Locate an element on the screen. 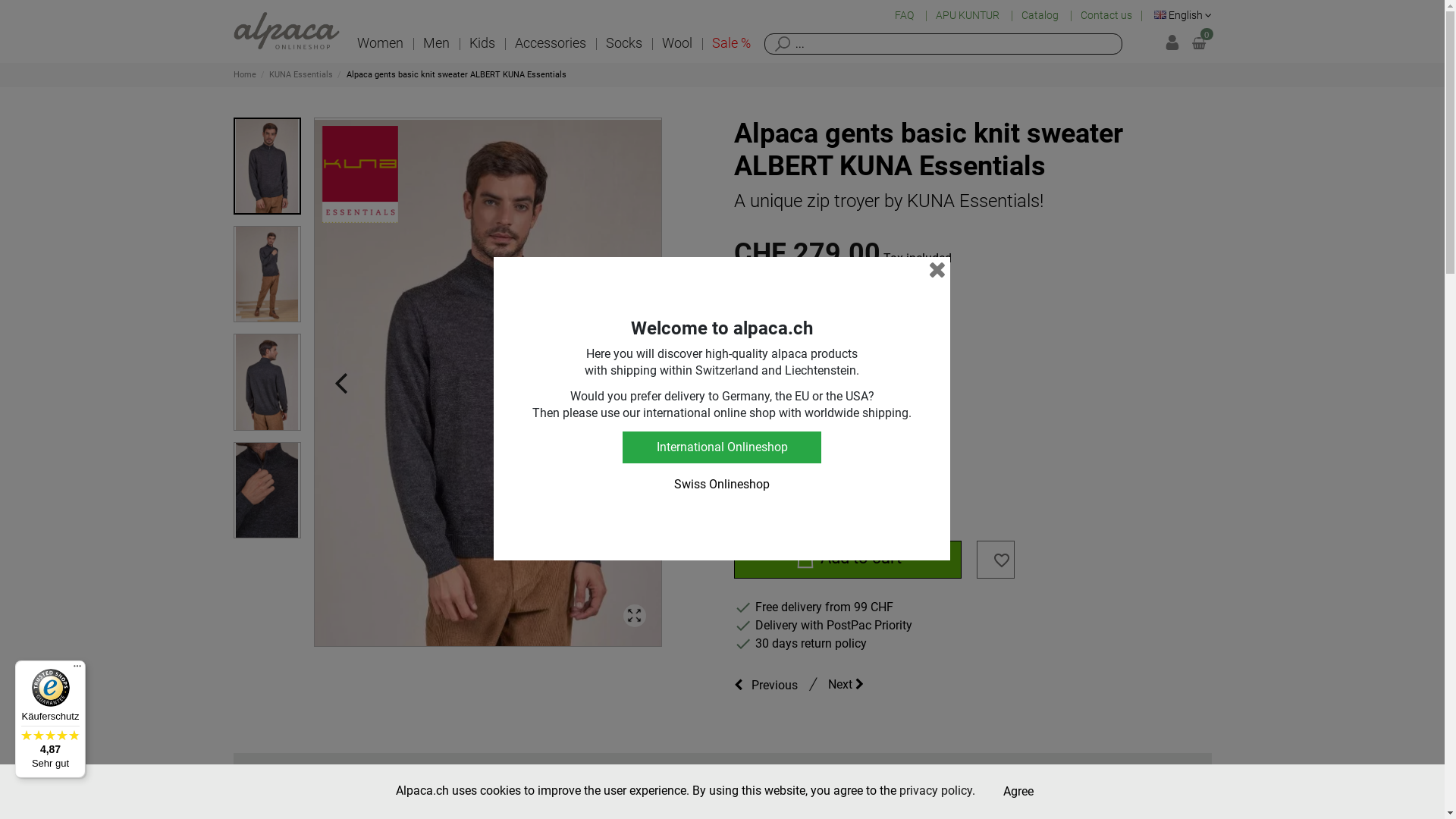 This screenshot has height=819, width=1456. 'Kids' is located at coordinates (481, 42).